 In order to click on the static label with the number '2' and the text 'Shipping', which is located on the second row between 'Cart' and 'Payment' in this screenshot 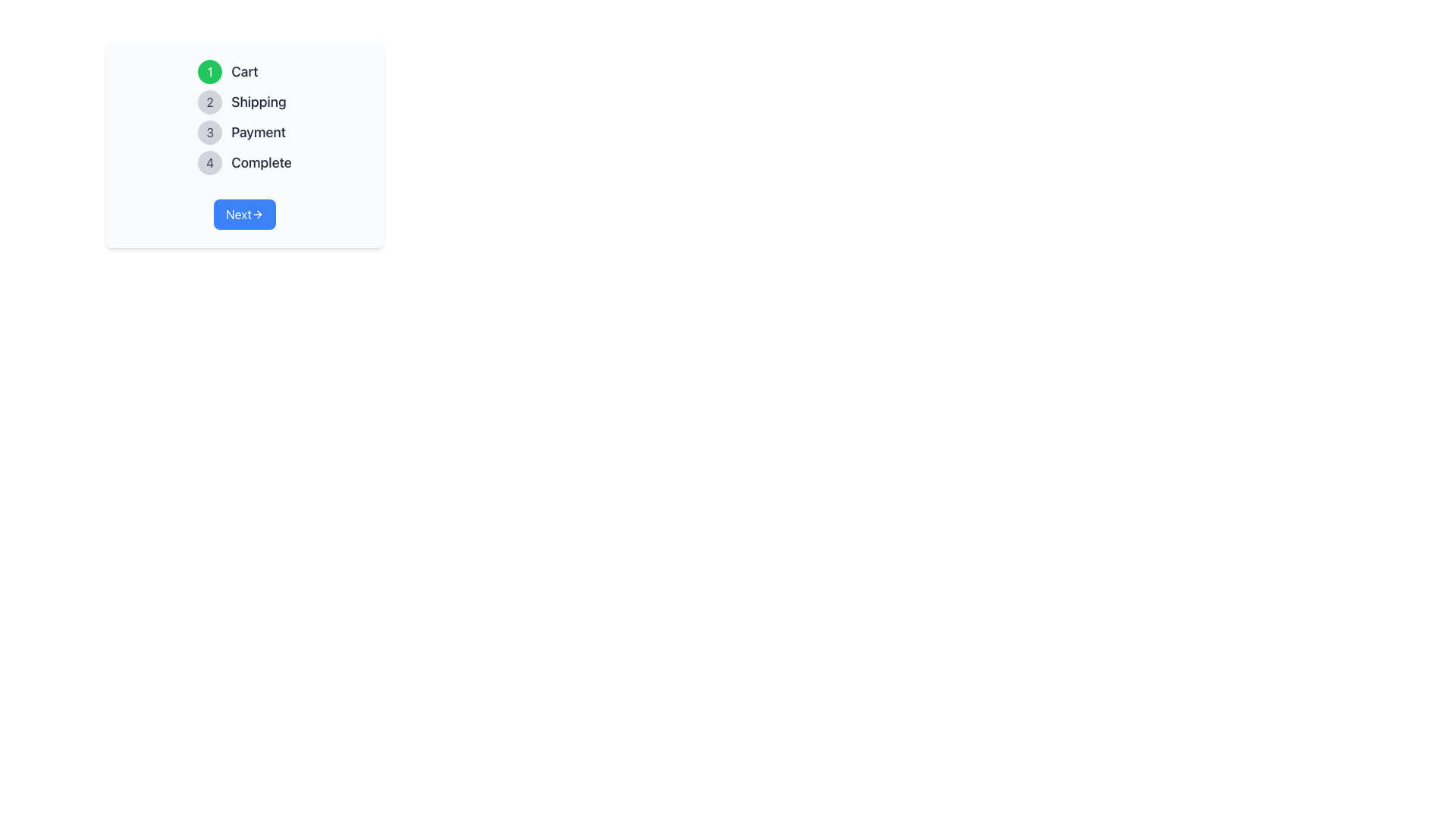, I will do `click(244, 102)`.